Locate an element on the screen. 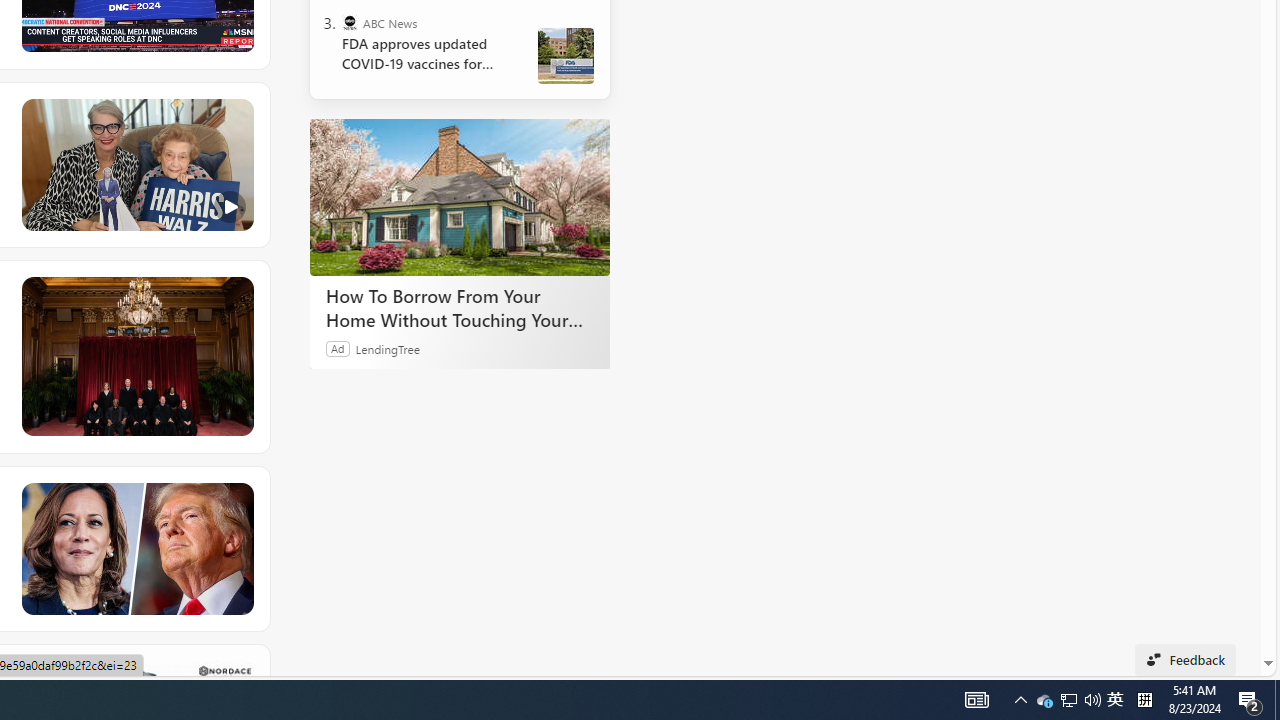 Image resolution: width=1280 pixels, height=720 pixels. 'LendingTree' is located at coordinates (387, 347).